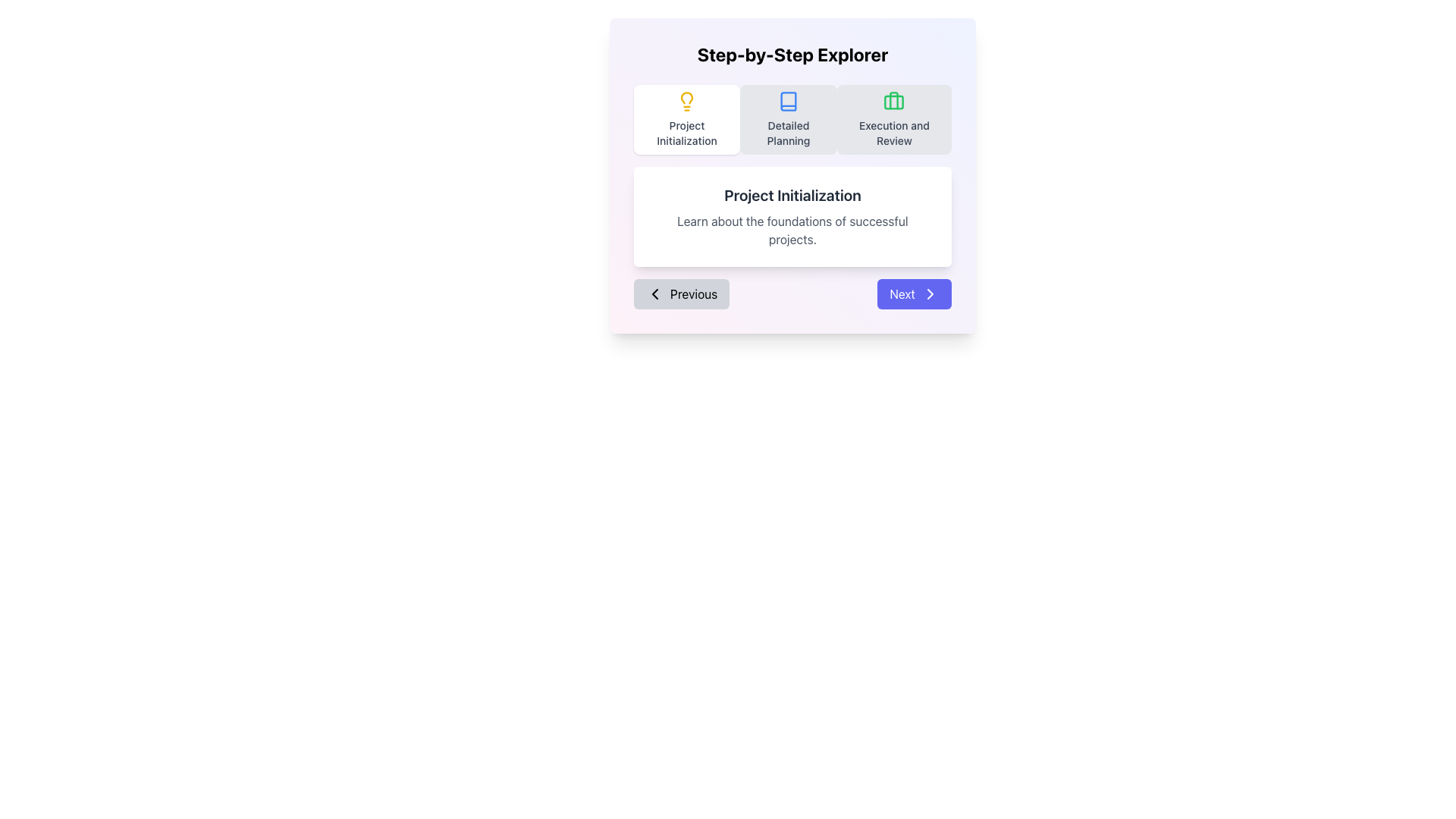 The image size is (1456, 819). Describe the element at coordinates (792, 231) in the screenshot. I see `the static text element that provides additional information about the 'Project Initialization' section, located directly below the header text 'Project Initialization'` at that location.